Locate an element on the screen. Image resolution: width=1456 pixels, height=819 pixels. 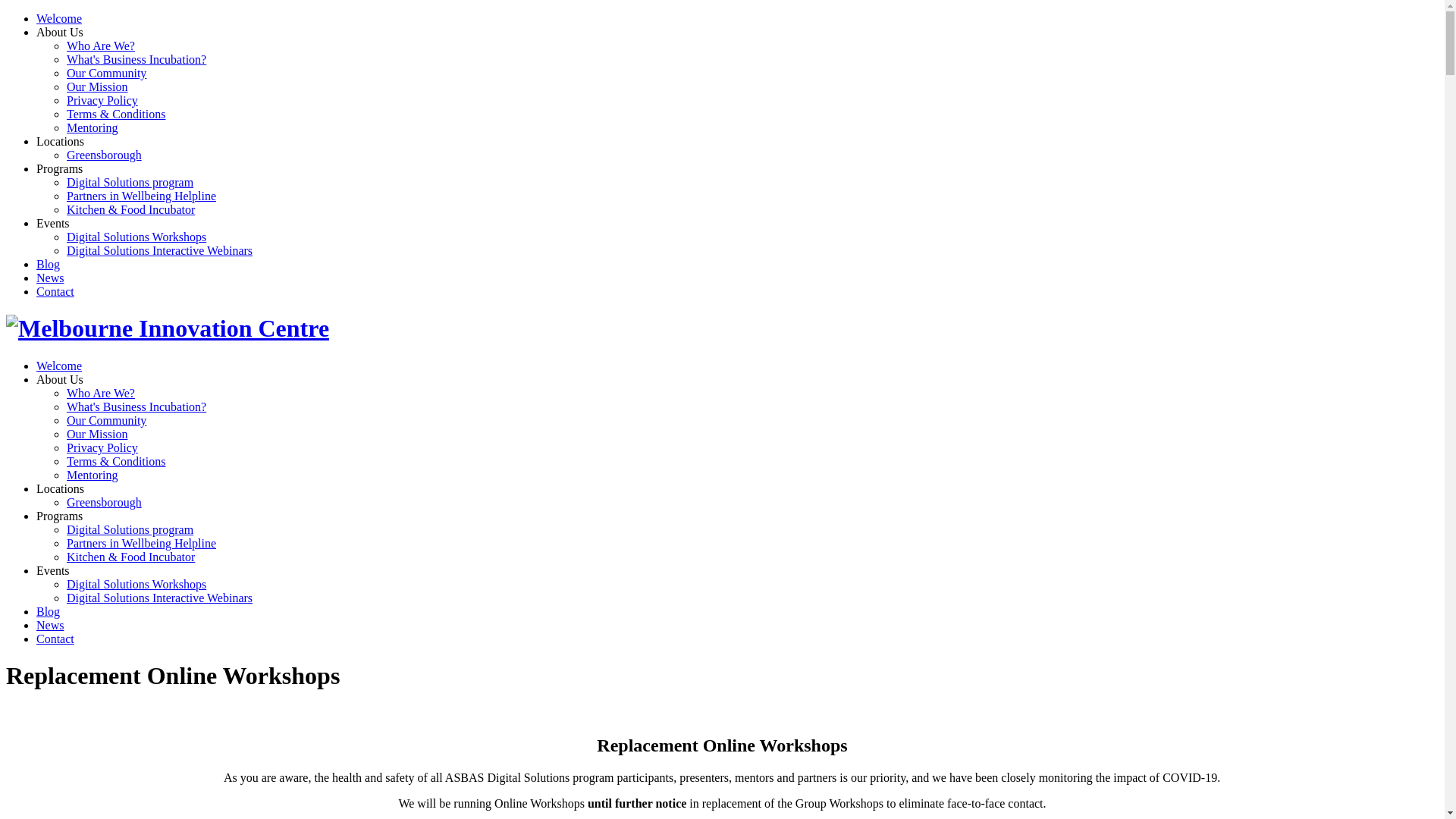
'Welcome' is located at coordinates (58, 366).